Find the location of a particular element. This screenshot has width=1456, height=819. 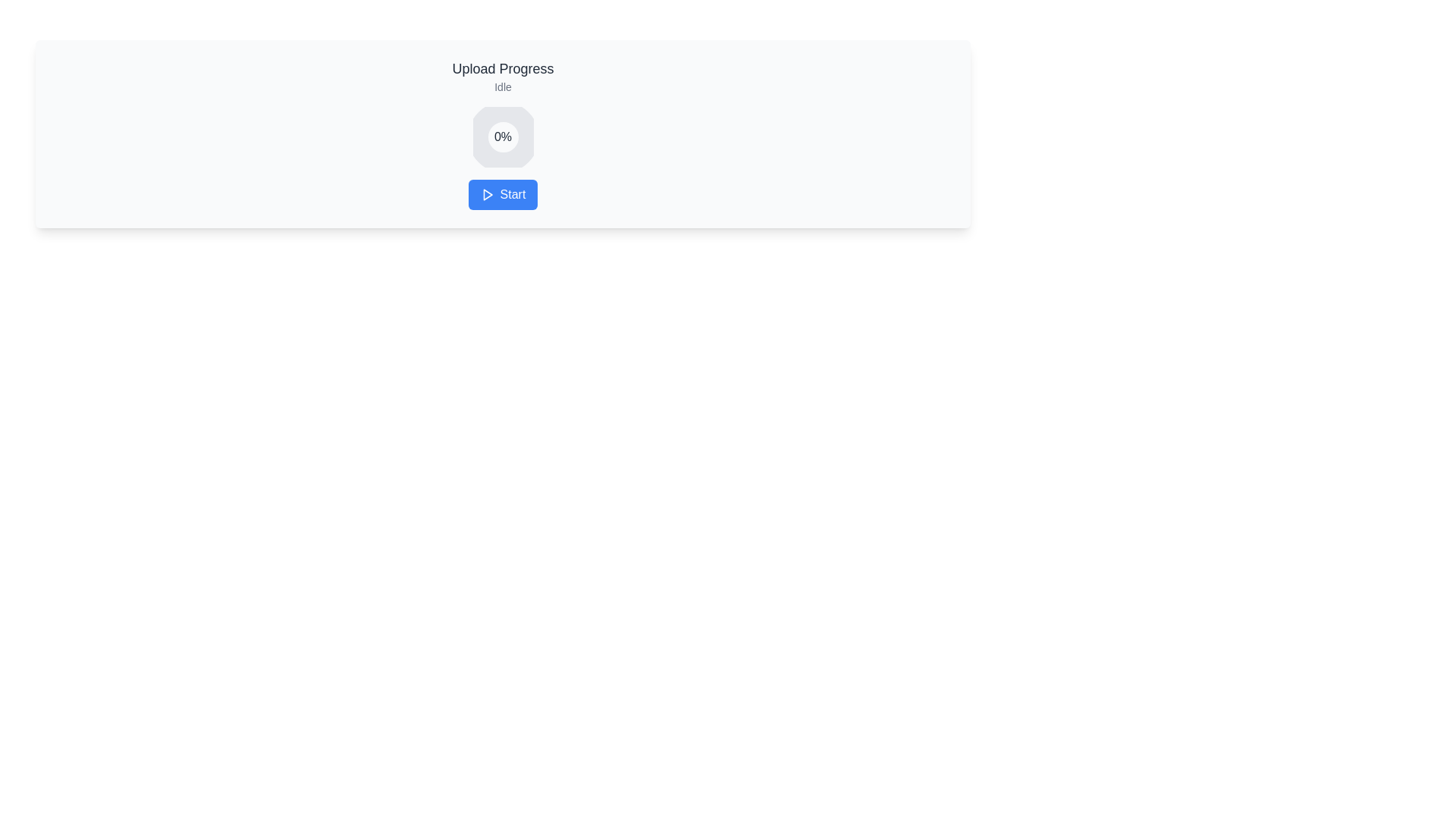

the triangular play icon located within the blue 'Start' button is located at coordinates (488, 194).